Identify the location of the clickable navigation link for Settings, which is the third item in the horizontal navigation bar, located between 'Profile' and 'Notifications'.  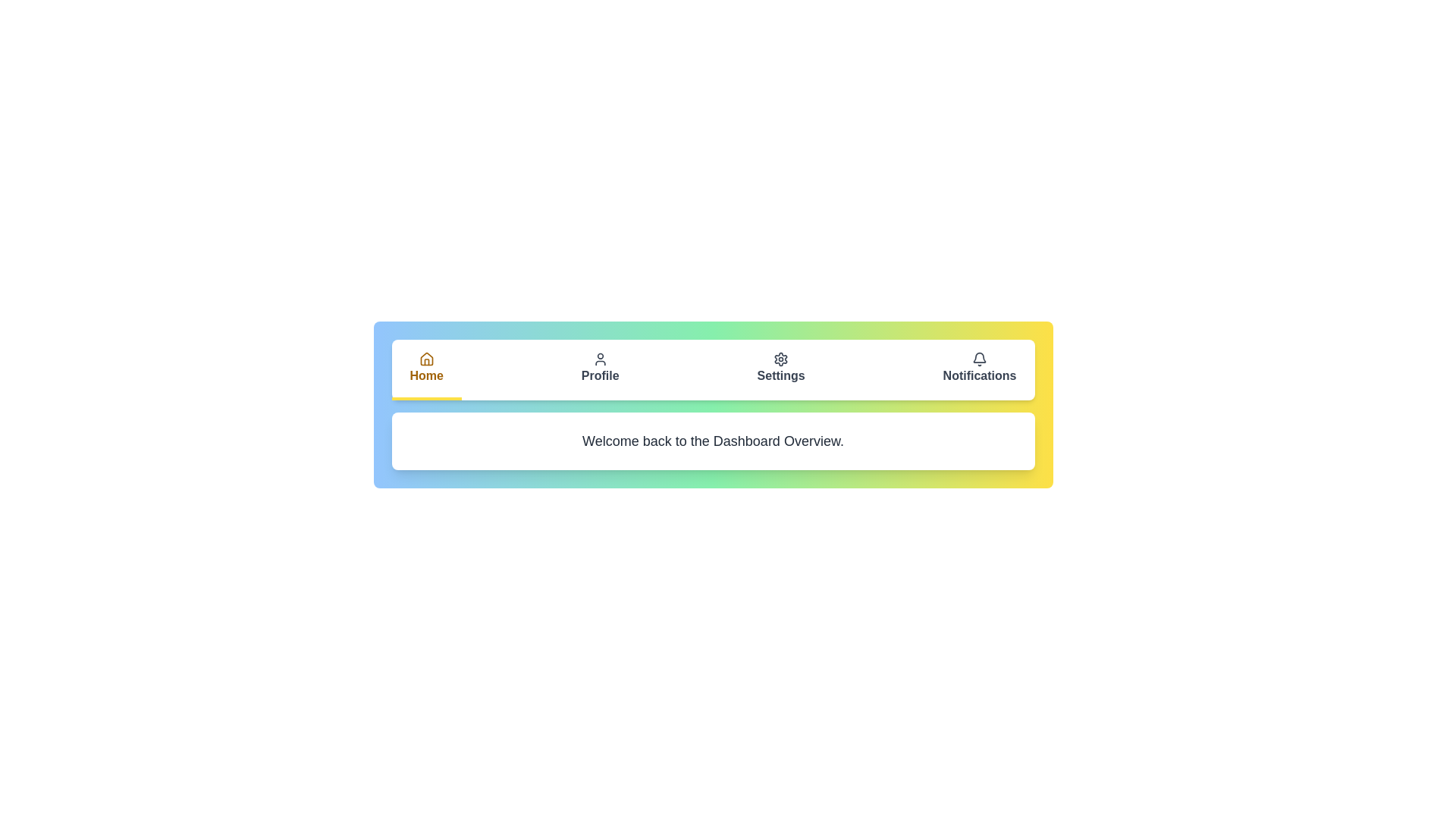
(781, 370).